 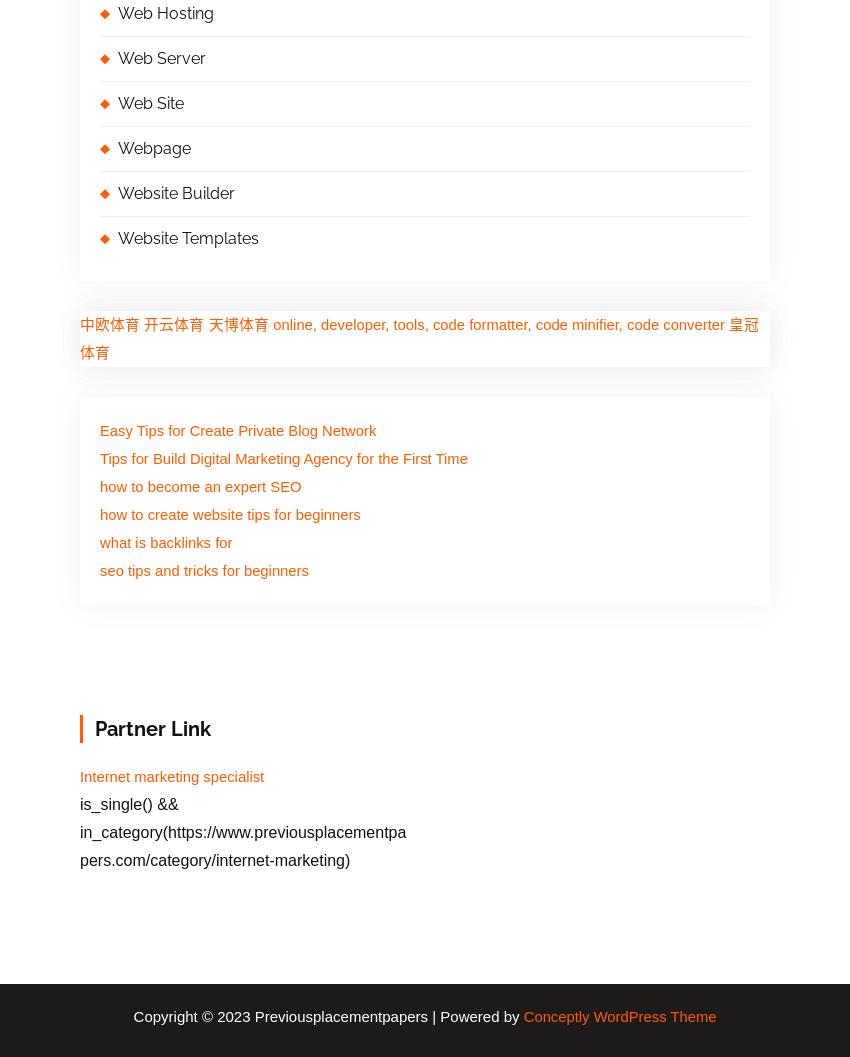 I want to click on 'seo tips and tricks for beginners', so click(x=98, y=569).